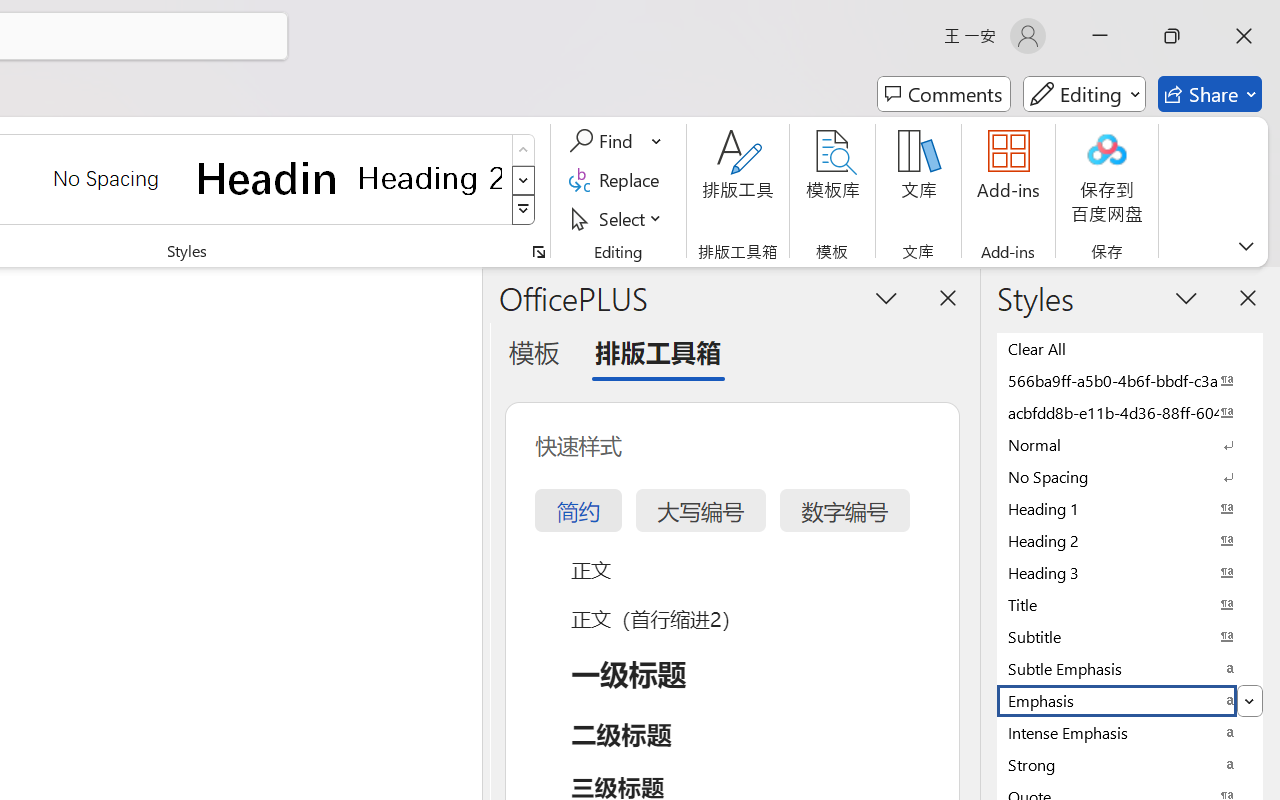 Image resolution: width=1280 pixels, height=800 pixels. What do you see at coordinates (1130, 379) in the screenshot?
I see `'566ba9ff-a5b0-4b6f-bbdf-c3ab41993fc2'` at bounding box center [1130, 379].